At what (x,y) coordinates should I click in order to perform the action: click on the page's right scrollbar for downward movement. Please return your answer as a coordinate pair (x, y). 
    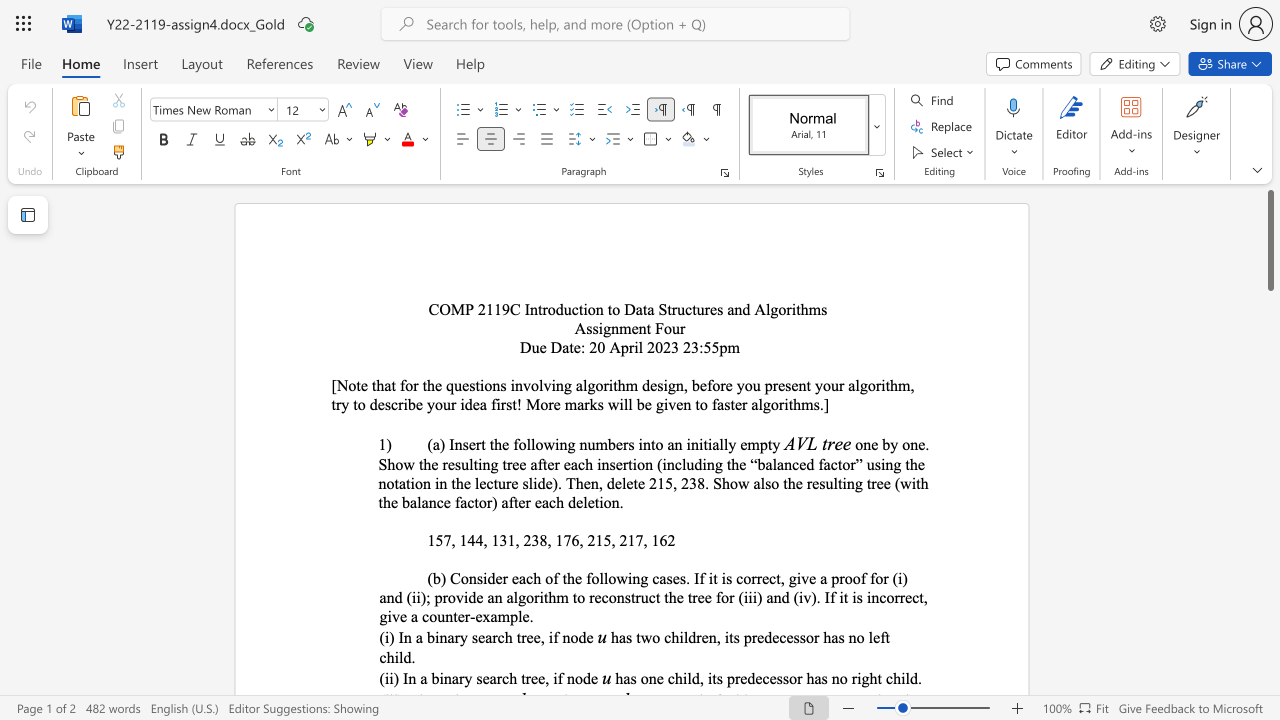
    Looking at the image, I should click on (1269, 338).